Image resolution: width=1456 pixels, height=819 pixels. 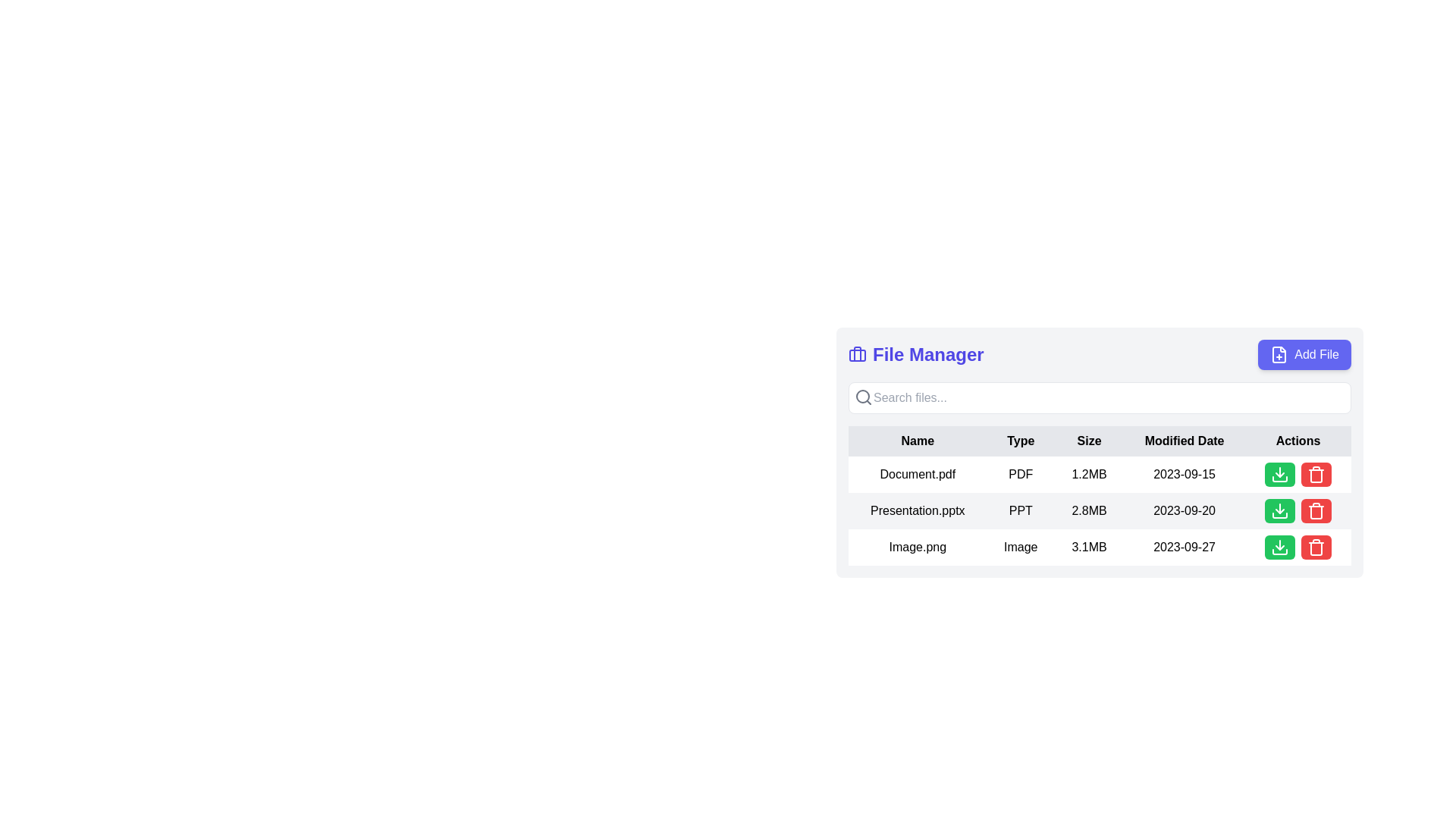 What do you see at coordinates (1100, 354) in the screenshot?
I see `the 'Add File' button in the File Manager section` at bounding box center [1100, 354].